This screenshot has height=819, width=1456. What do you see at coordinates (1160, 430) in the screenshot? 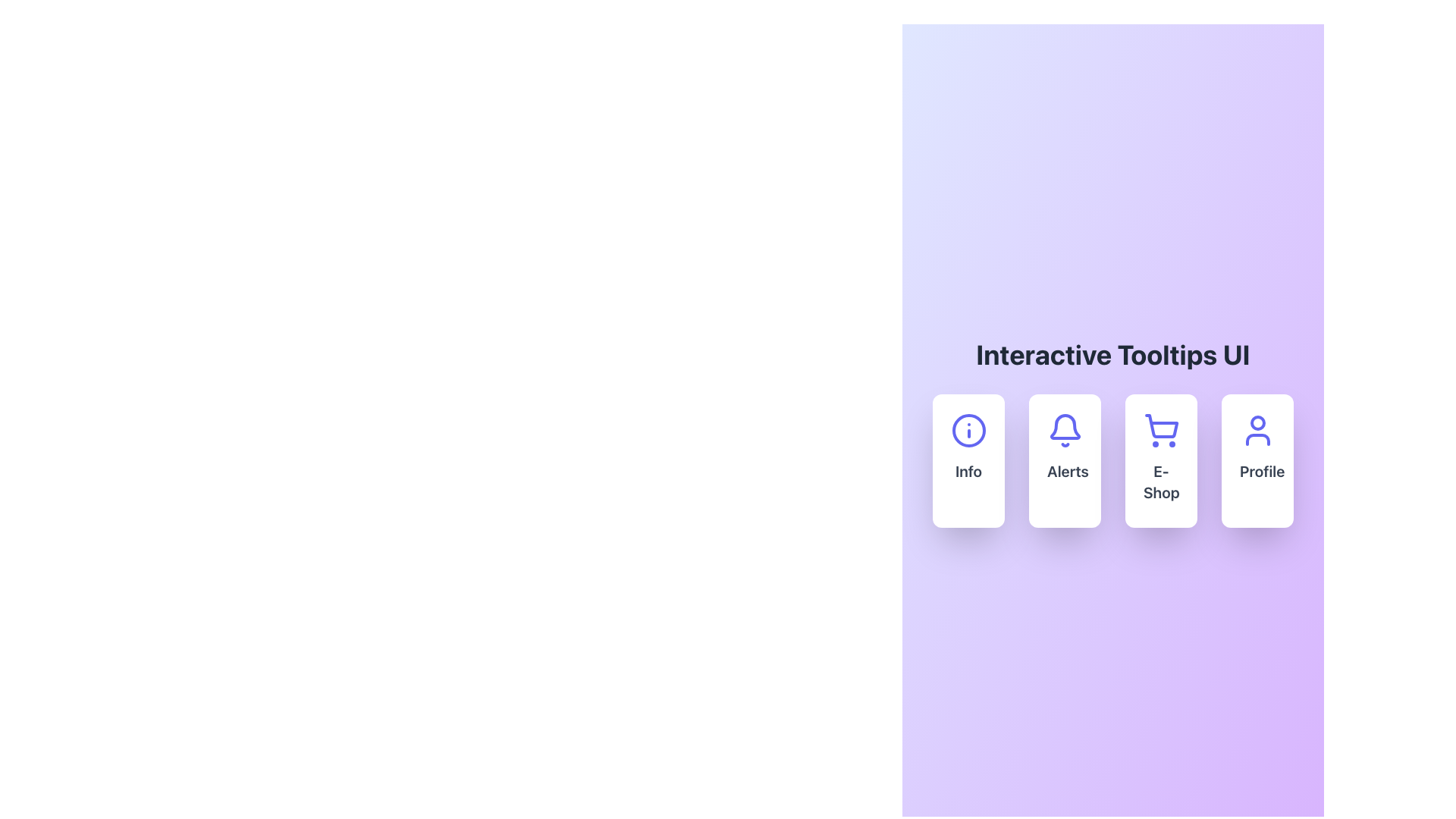
I see `the shopping cart icon in the 'E-Shop' section` at bounding box center [1160, 430].